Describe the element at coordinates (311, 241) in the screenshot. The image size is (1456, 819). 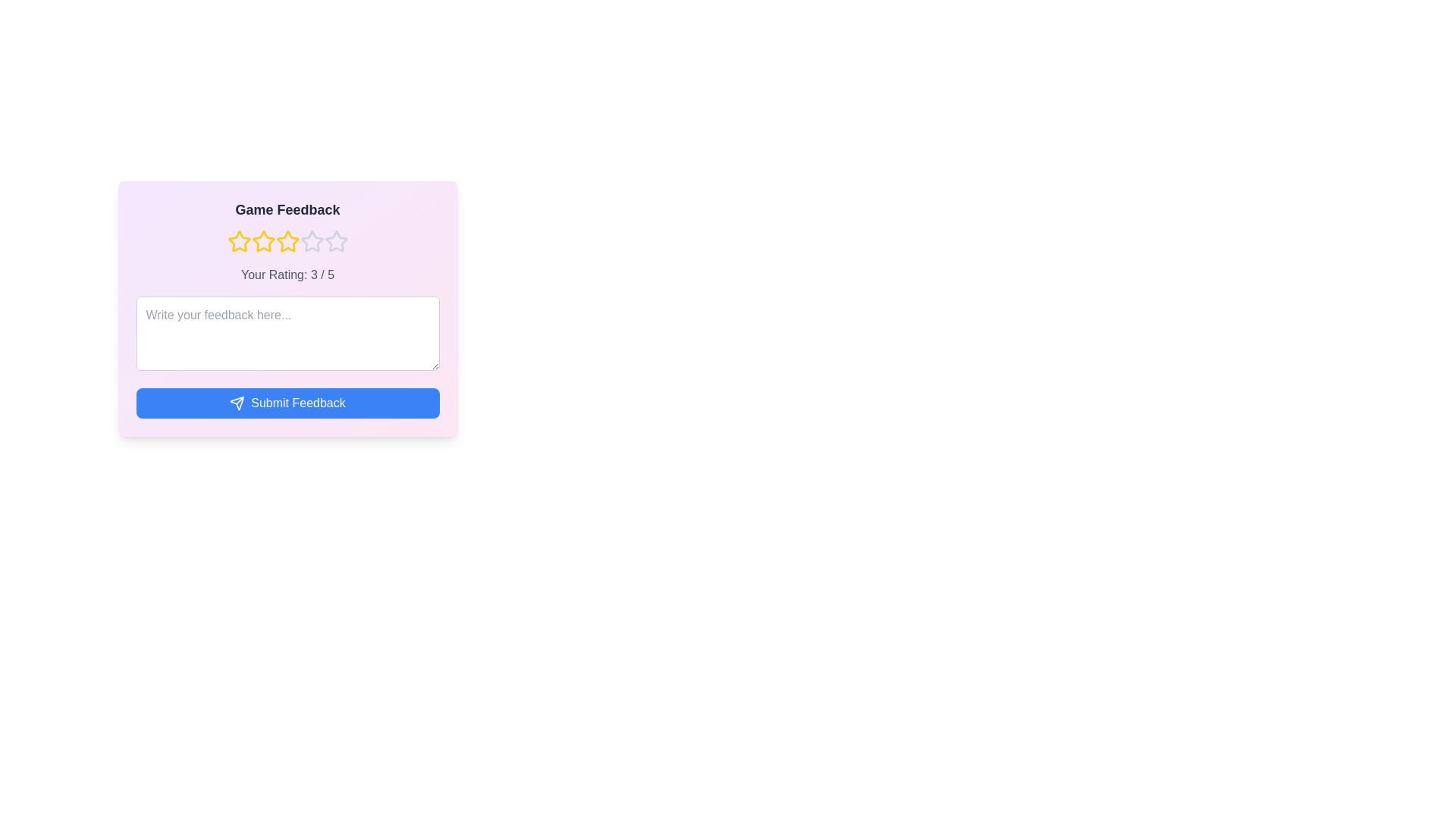
I see `the rating to 4 stars by clicking on the corresponding star` at that location.